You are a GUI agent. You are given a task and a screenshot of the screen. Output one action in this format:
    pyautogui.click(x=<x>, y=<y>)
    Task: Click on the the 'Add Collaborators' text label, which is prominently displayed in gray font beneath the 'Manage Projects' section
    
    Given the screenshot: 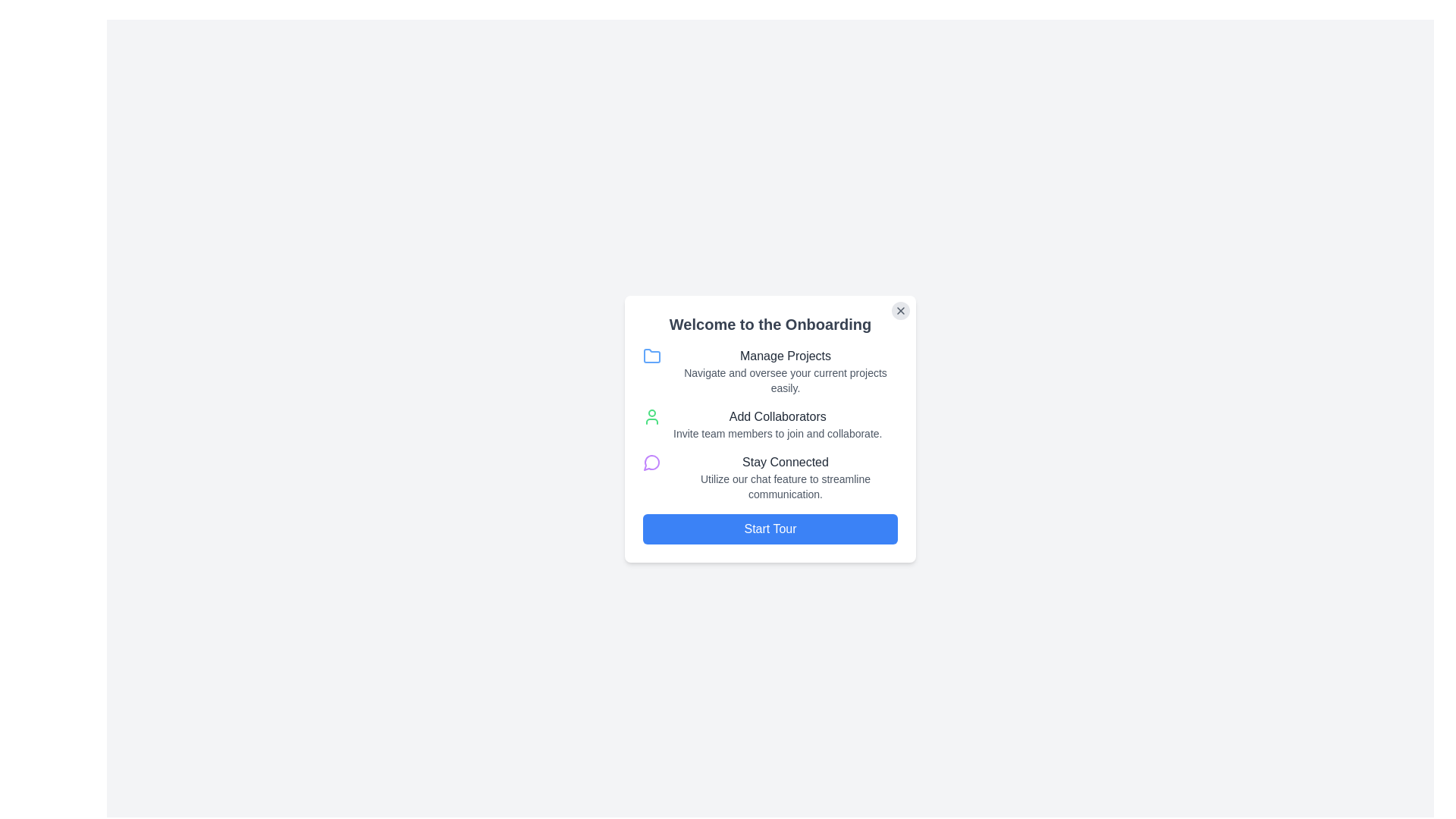 What is the action you would take?
    pyautogui.click(x=777, y=417)
    